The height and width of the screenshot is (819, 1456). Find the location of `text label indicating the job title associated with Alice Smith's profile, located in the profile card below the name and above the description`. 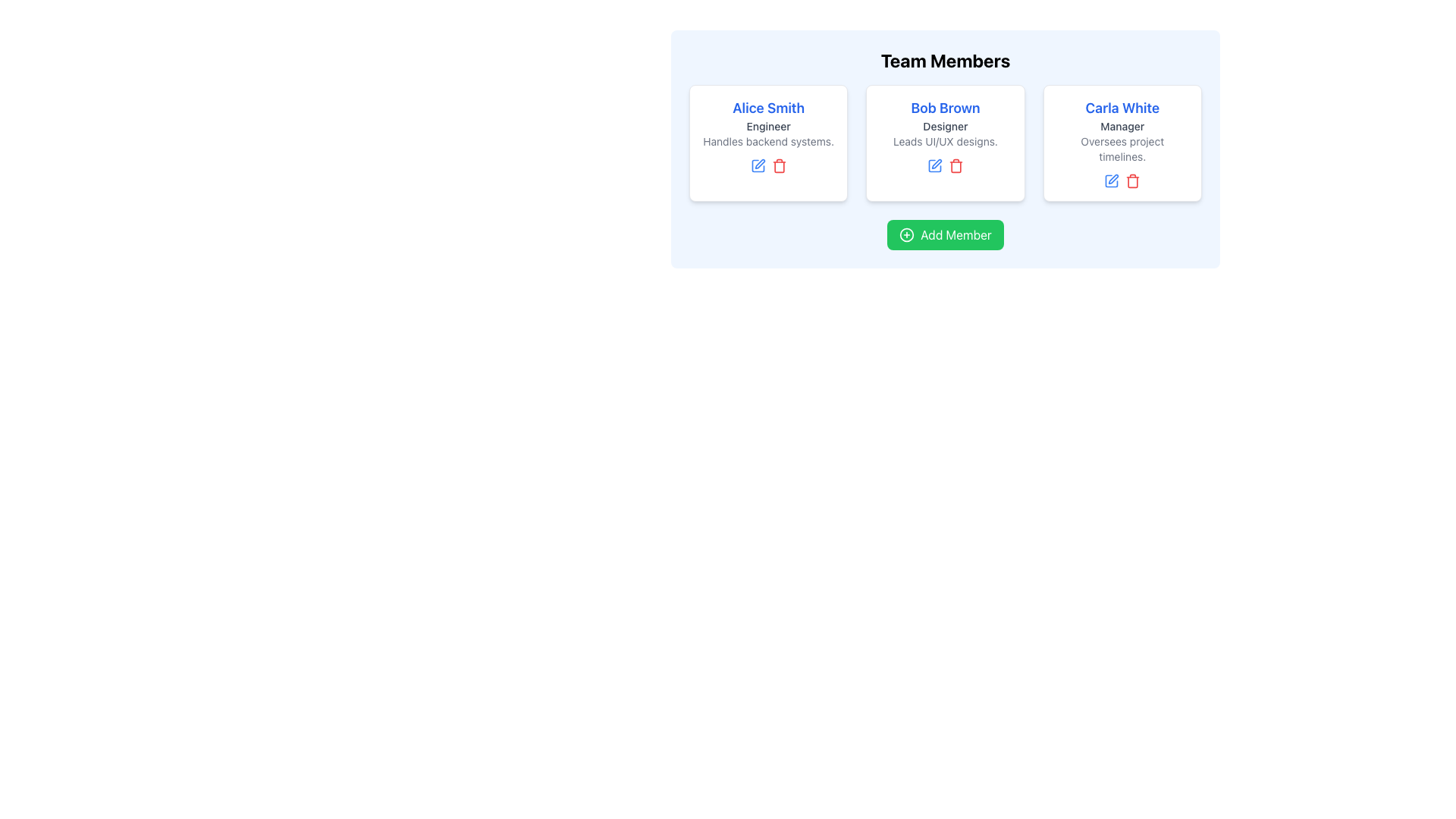

text label indicating the job title associated with Alice Smith's profile, located in the profile card below the name and above the description is located at coordinates (768, 125).